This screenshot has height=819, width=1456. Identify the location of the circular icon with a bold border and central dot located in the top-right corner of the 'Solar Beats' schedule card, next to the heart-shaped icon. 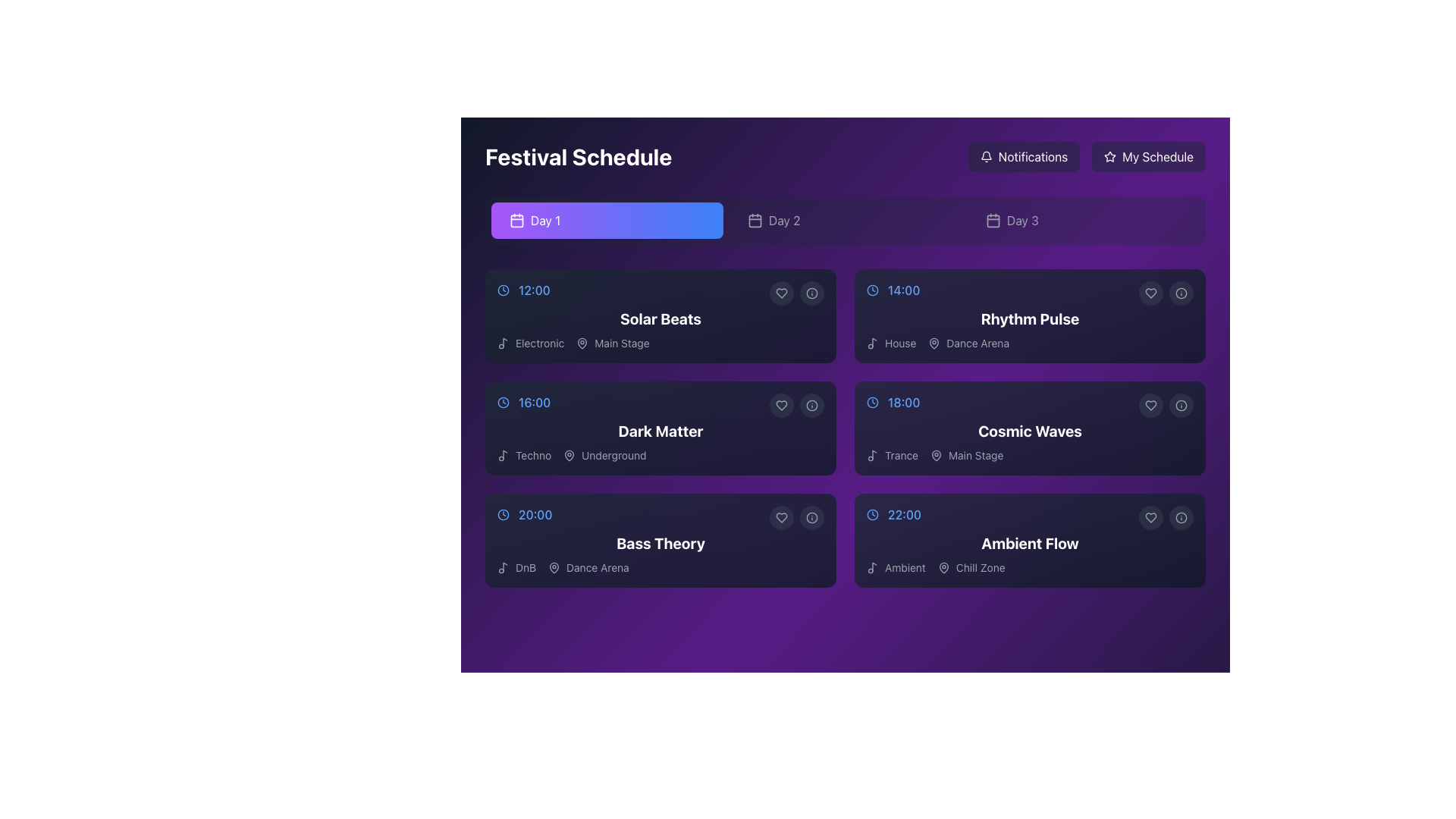
(811, 293).